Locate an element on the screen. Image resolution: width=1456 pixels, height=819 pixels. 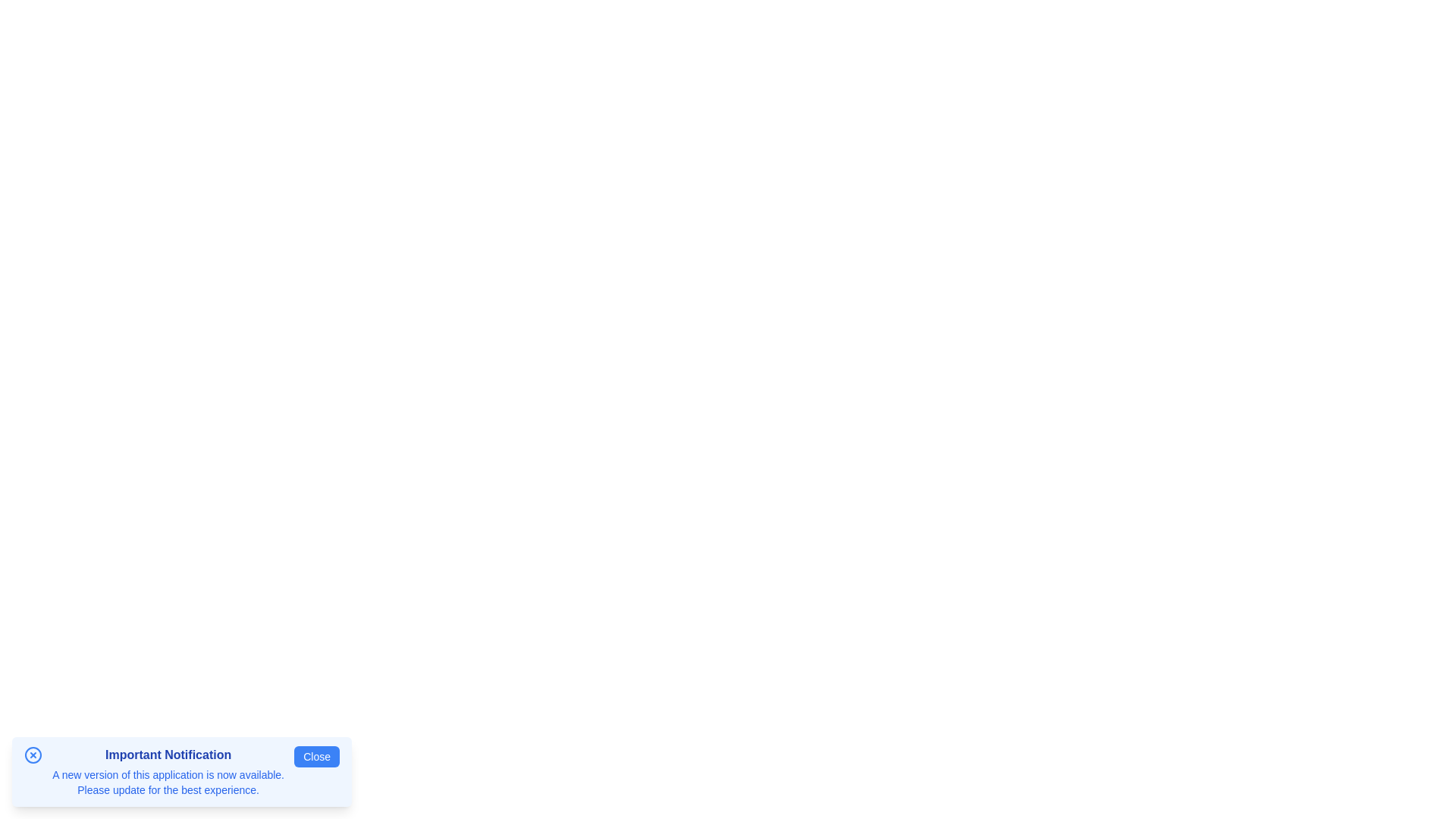
the close button to dismiss the snackbar is located at coordinates (315, 757).